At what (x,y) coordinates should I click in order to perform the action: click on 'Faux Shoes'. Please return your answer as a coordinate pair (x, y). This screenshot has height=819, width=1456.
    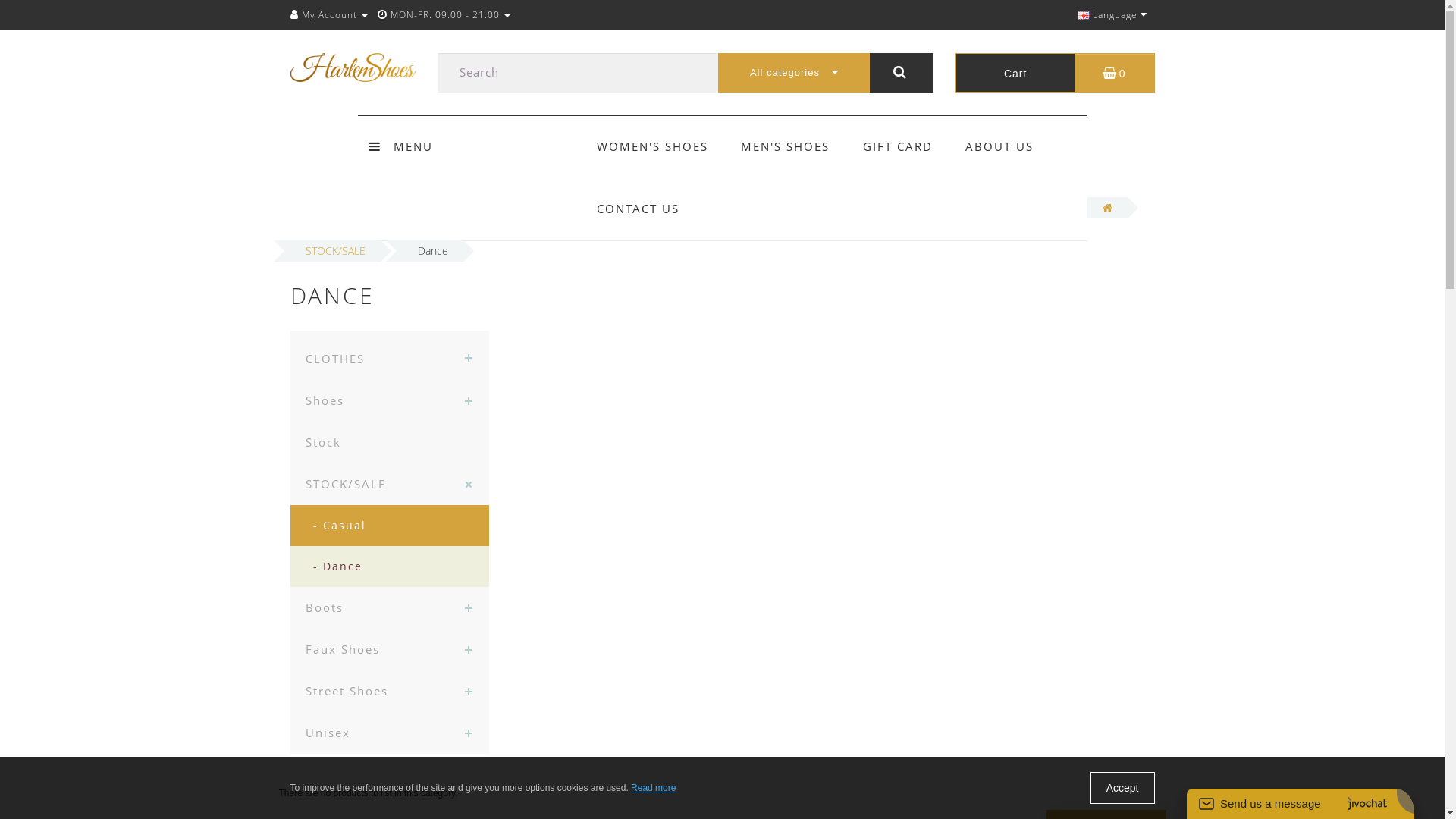
    Looking at the image, I should click on (389, 648).